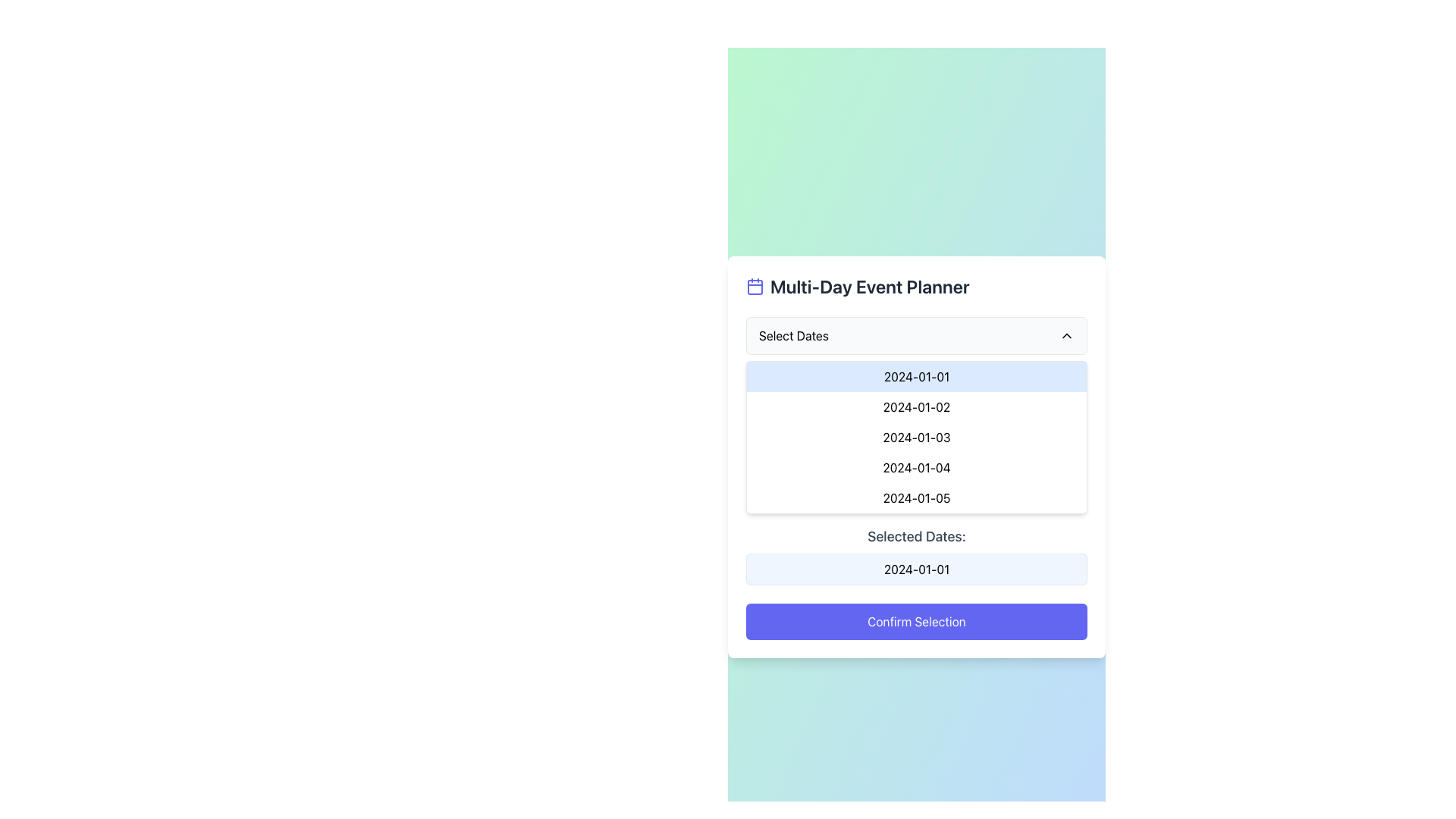 The height and width of the screenshot is (819, 1456). I want to click on the list item displaying the date '2024-01-05', so click(916, 497).